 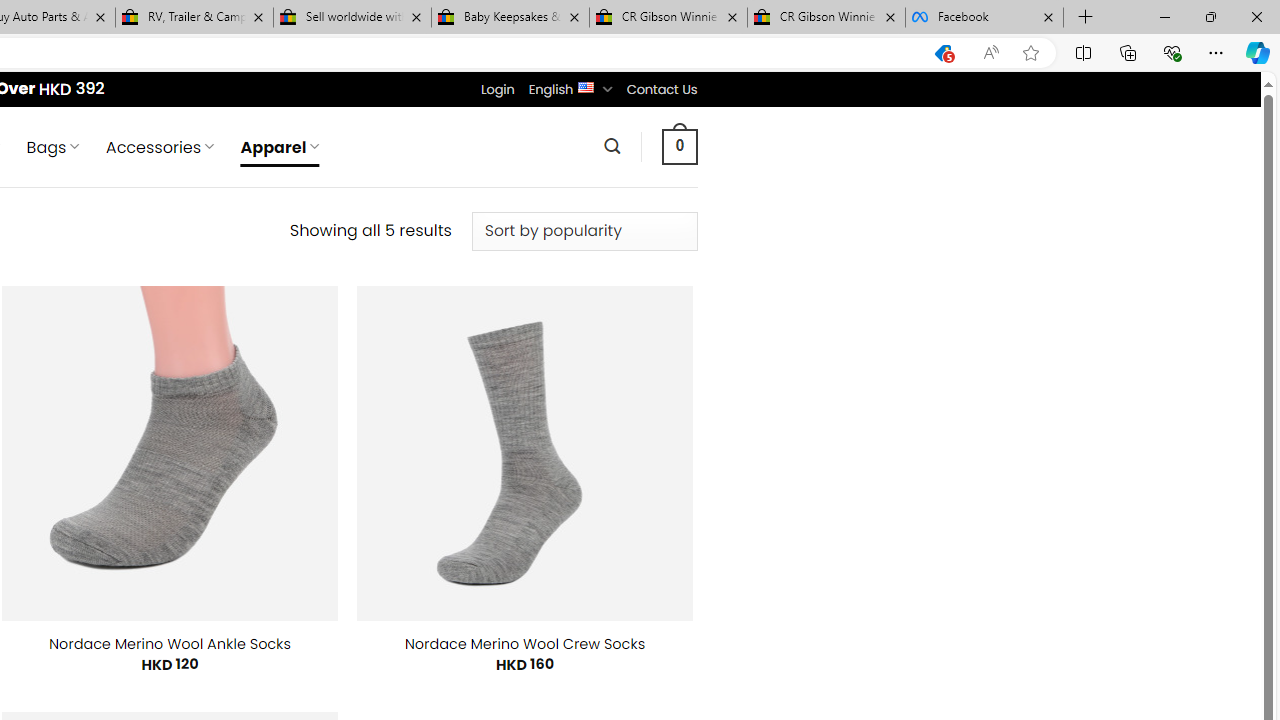 What do you see at coordinates (585, 85) in the screenshot?
I see `'English'` at bounding box center [585, 85].